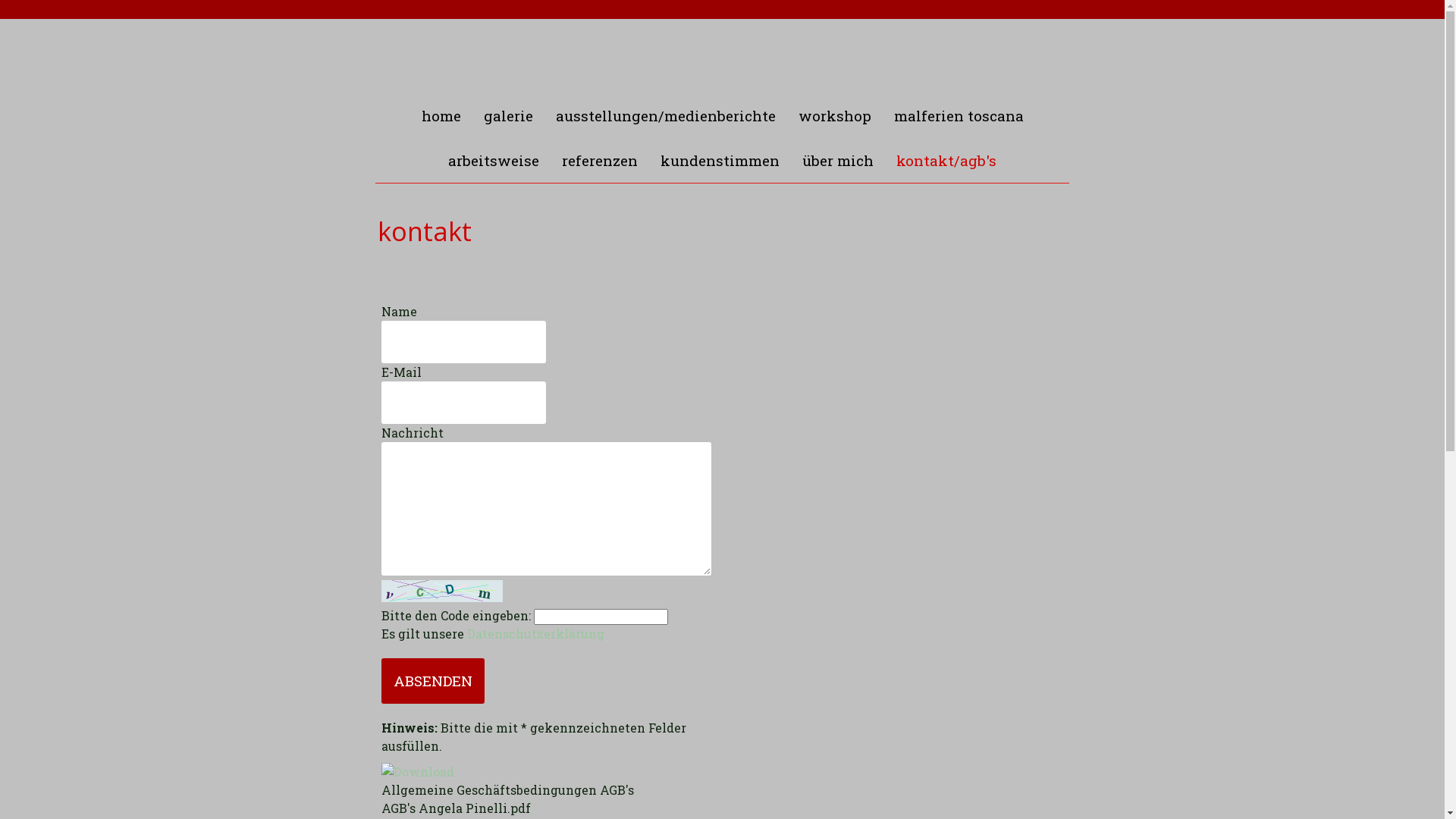 This screenshot has width=1456, height=819. What do you see at coordinates (719, 160) in the screenshot?
I see `'kundenstimmen'` at bounding box center [719, 160].